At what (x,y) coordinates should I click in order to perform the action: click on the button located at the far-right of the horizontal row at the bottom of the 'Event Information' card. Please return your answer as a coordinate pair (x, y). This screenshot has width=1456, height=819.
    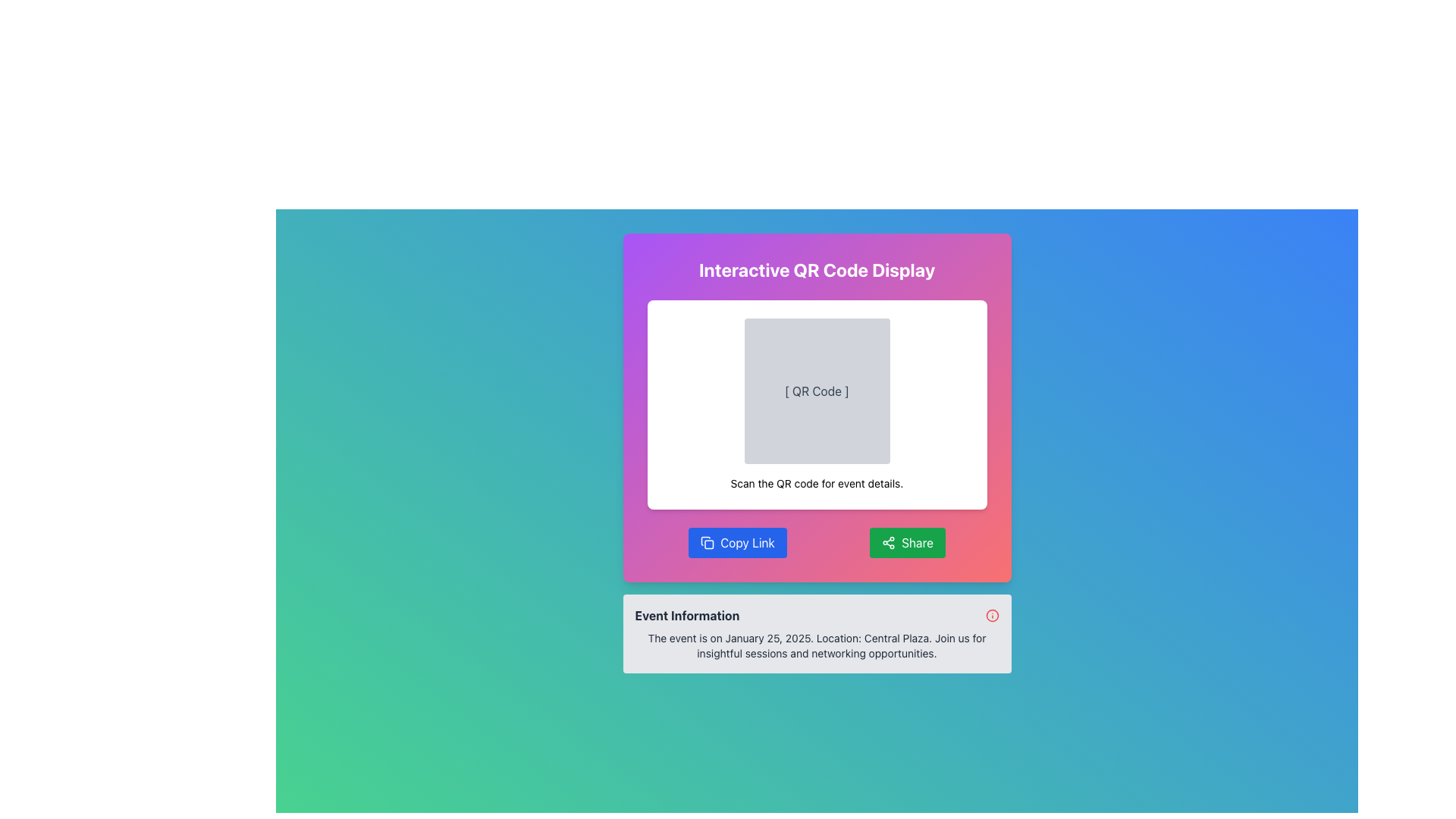
    Looking at the image, I should click on (992, 616).